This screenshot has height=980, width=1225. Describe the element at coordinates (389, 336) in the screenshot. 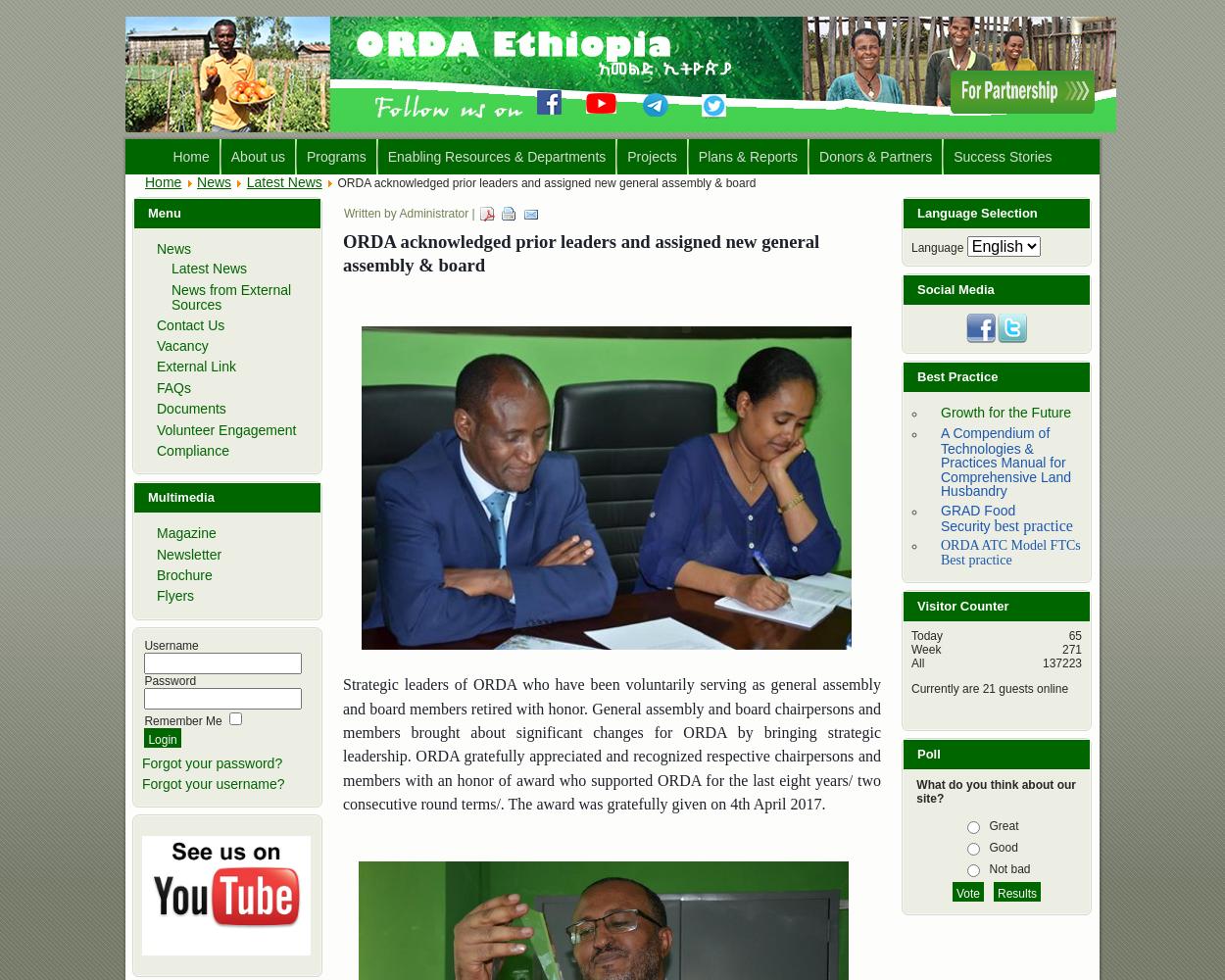

I see `'Property and Facility Department'` at that location.